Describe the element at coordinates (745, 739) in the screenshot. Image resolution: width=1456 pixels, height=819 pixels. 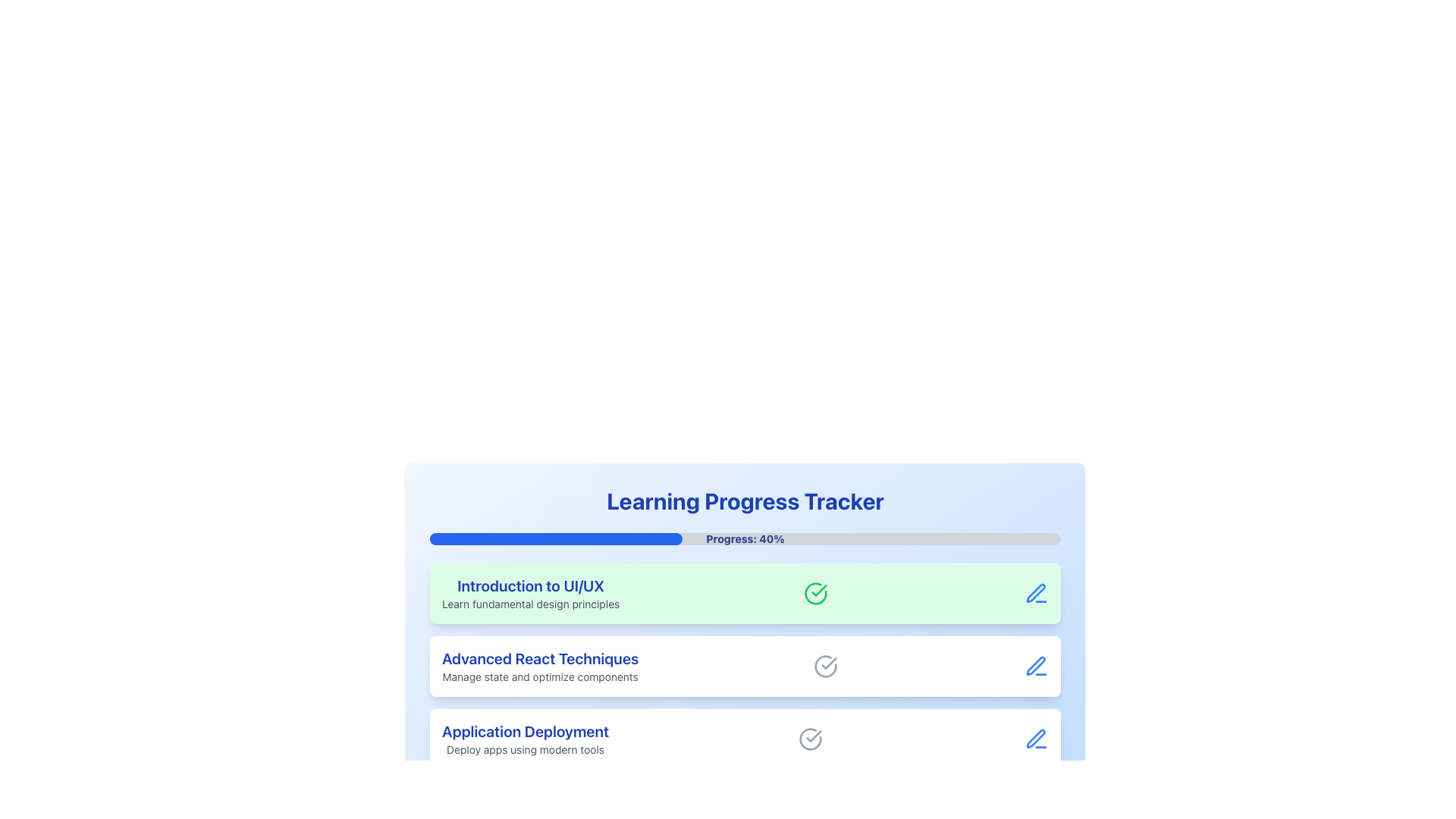
I see `the List item titled 'Application Deployment'` at that location.